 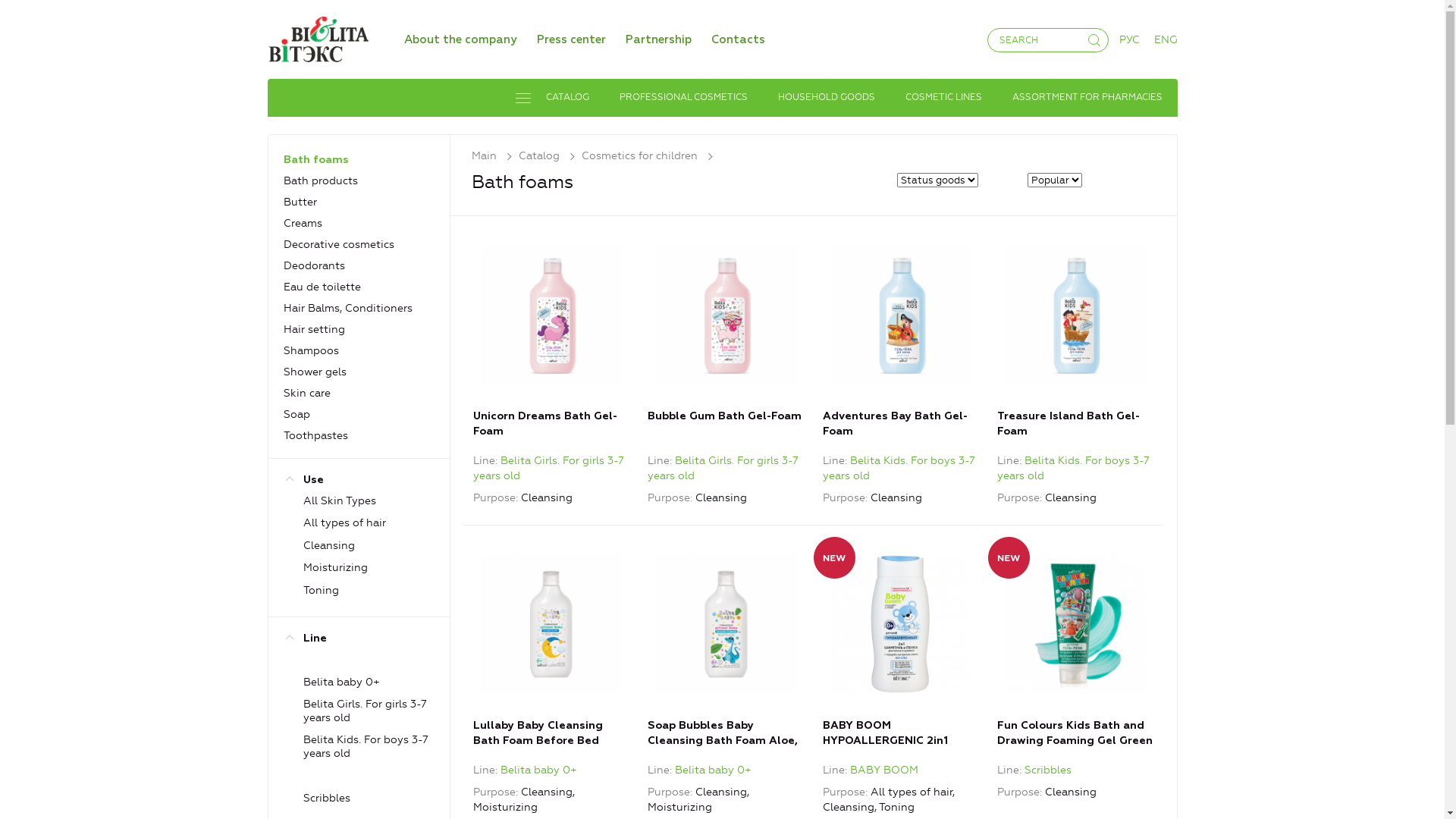 What do you see at coordinates (322, 287) in the screenshot?
I see `'Eau de toilette'` at bounding box center [322, 287].